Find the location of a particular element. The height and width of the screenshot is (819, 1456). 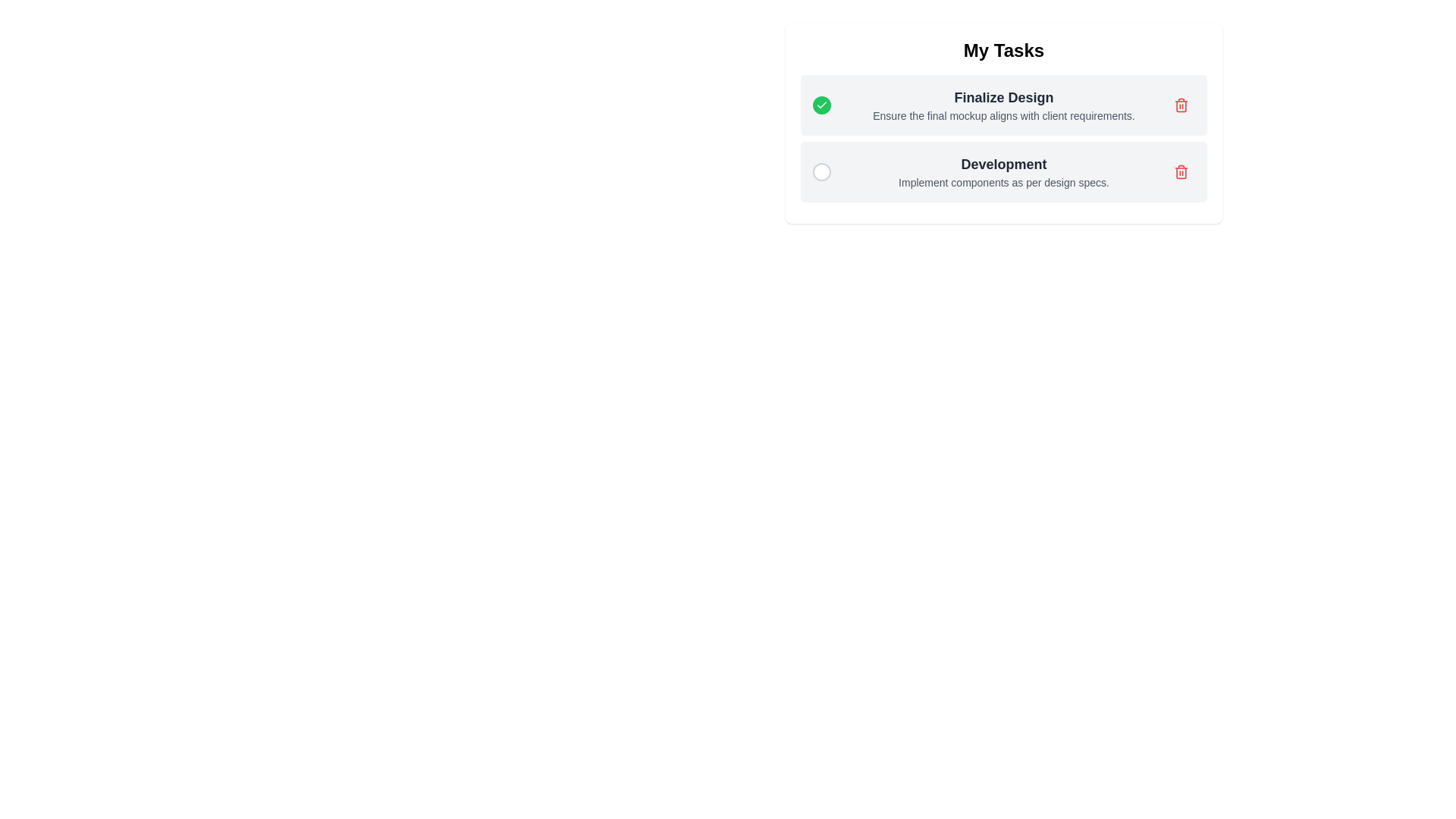

the task title to read its details is located at coordinates (1004, 97).